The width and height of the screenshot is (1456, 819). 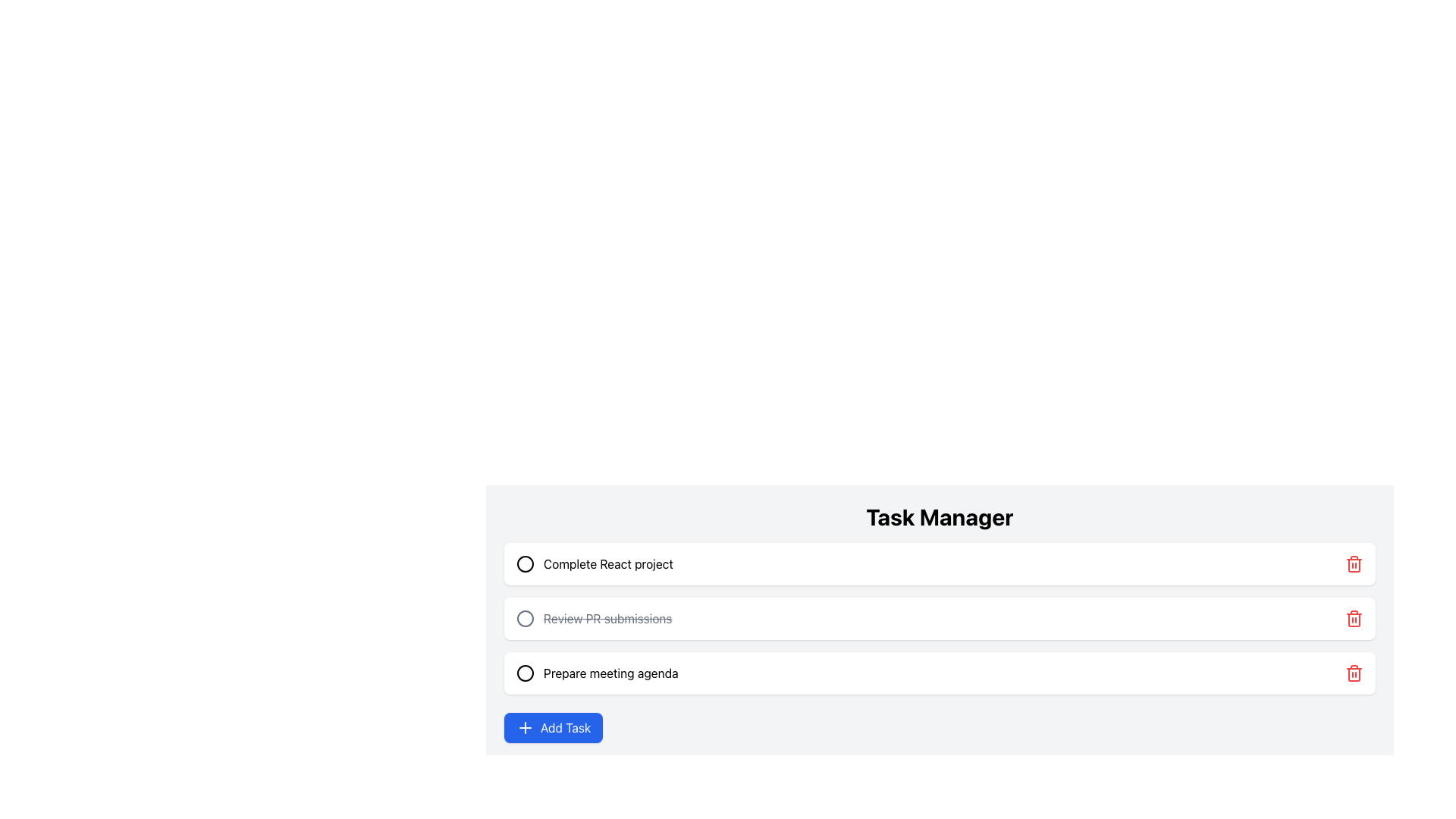 What do you see at coordinates (607, 619) in the screenshot?
I see `the completed task label in the task list, which is styled with a strikethrough and is positioned second among three tasks` at bounding box center [607, 619].